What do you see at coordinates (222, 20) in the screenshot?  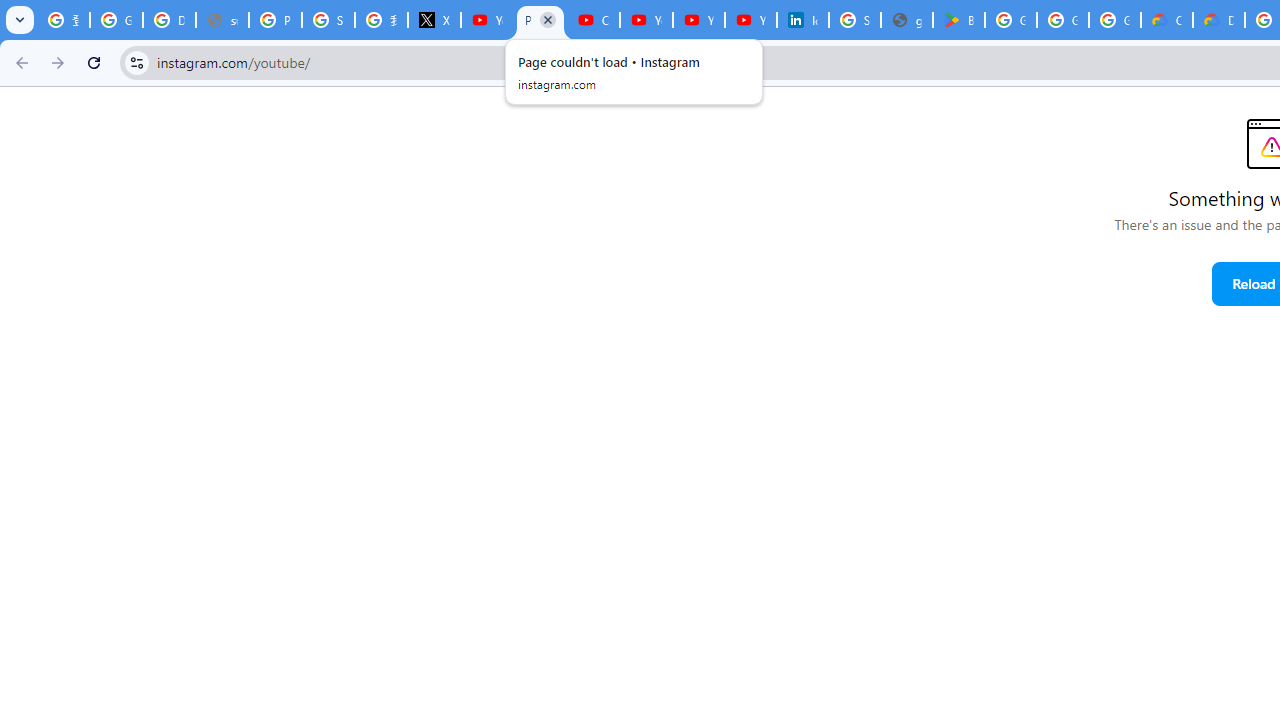 I see `'support.google.com - Network error'` at bounding box center [222, 20].